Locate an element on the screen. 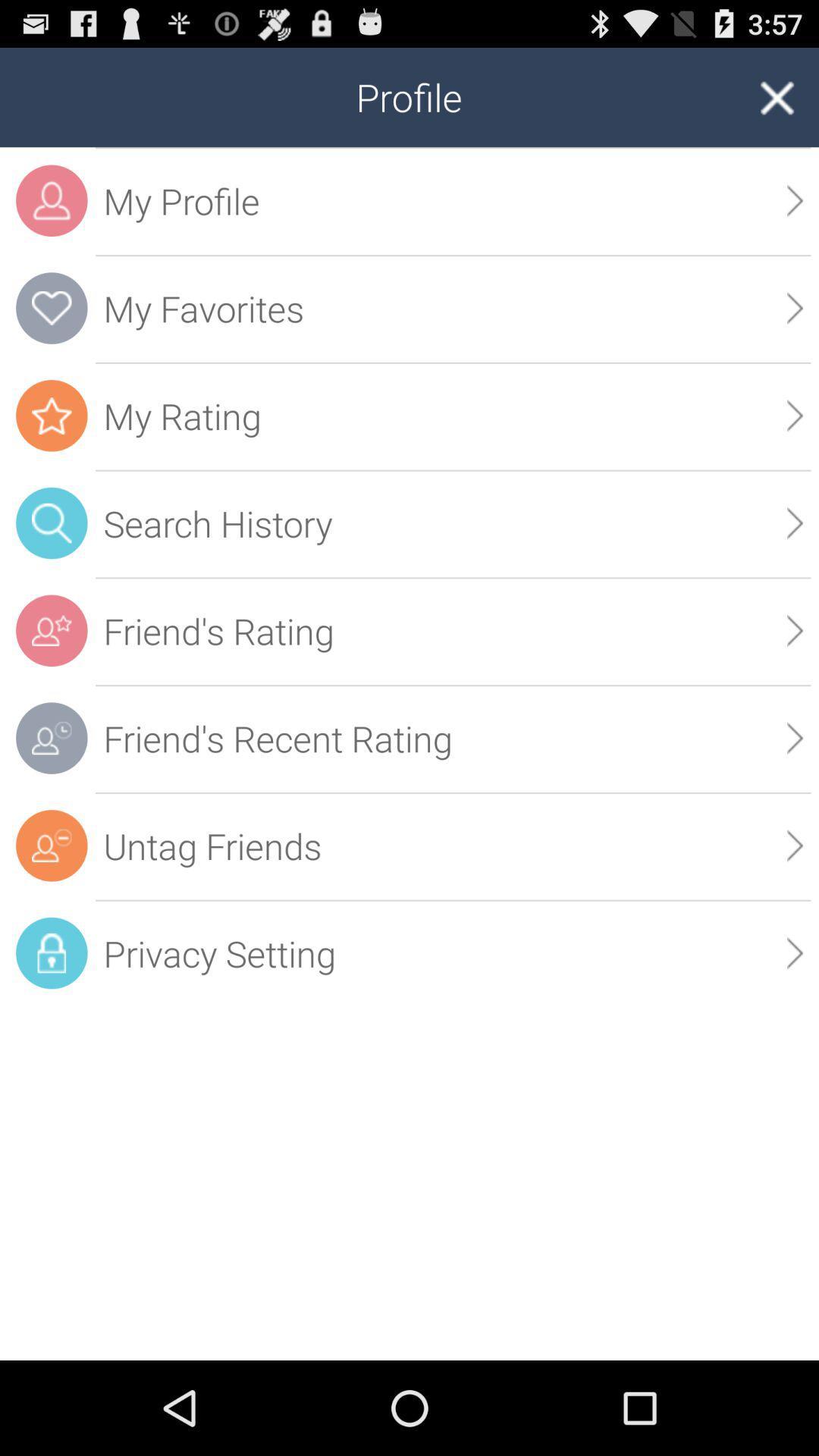  the my profile item is located at coordinates (452, 200).